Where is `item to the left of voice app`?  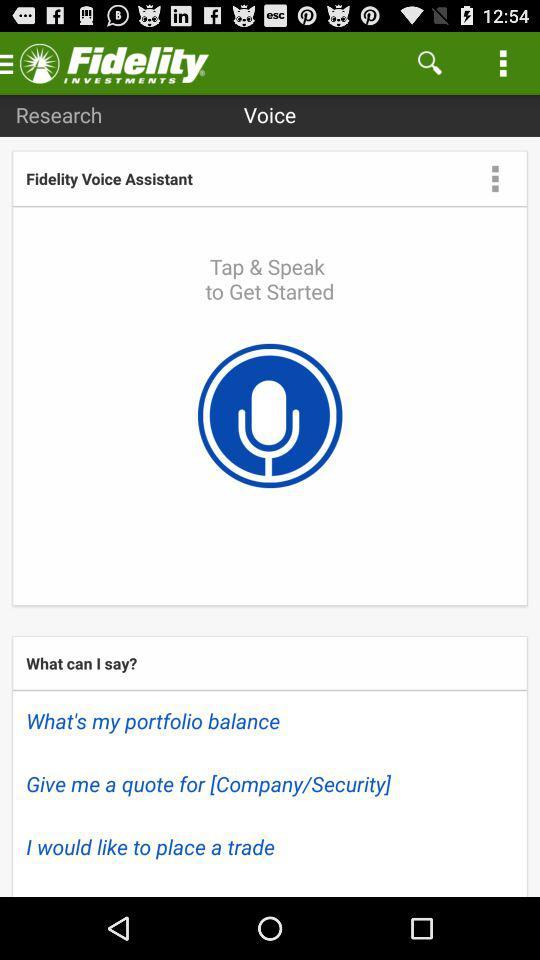
item to the left of voice app is located at coordinates (59, 114).